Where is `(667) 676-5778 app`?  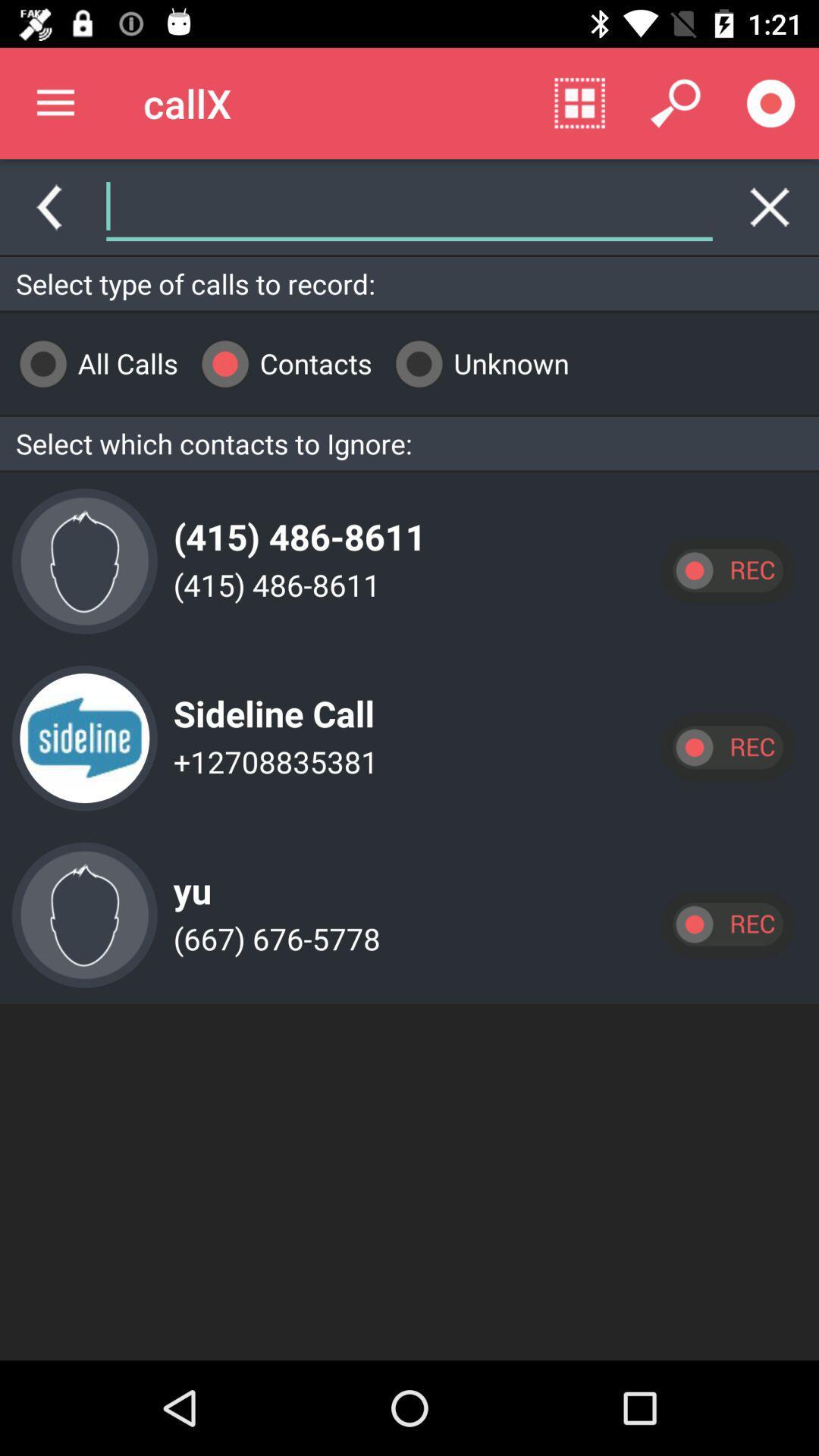 (667) 676-5778 app is located at coordinates (271, 937).